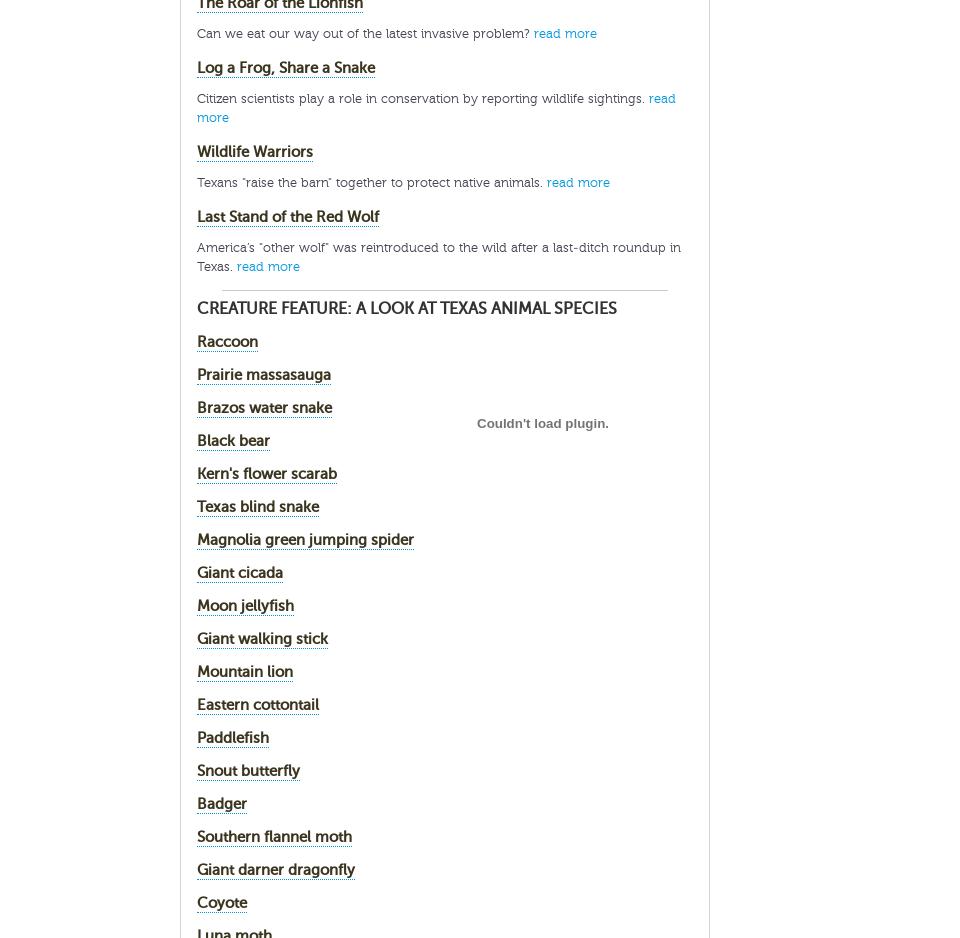 This screenshot has width=960, height=938. Describe the element at coordinates (439, 256) in the screenshot. I see `'America’s "other wolf" was reintroduced to the wild after a last-ditch roundup in Texas.'` at that location.